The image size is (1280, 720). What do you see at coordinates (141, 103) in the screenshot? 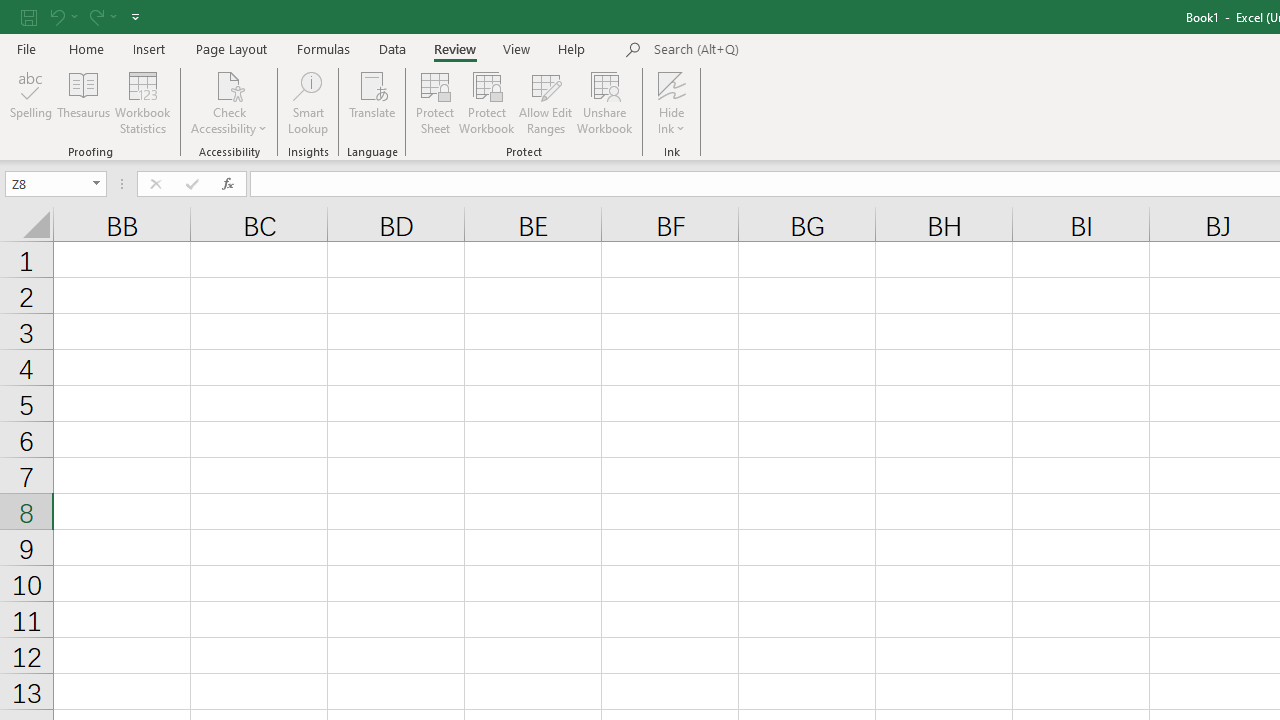
I see `'Workbook Statistics'` at bounding box center [141, 103].